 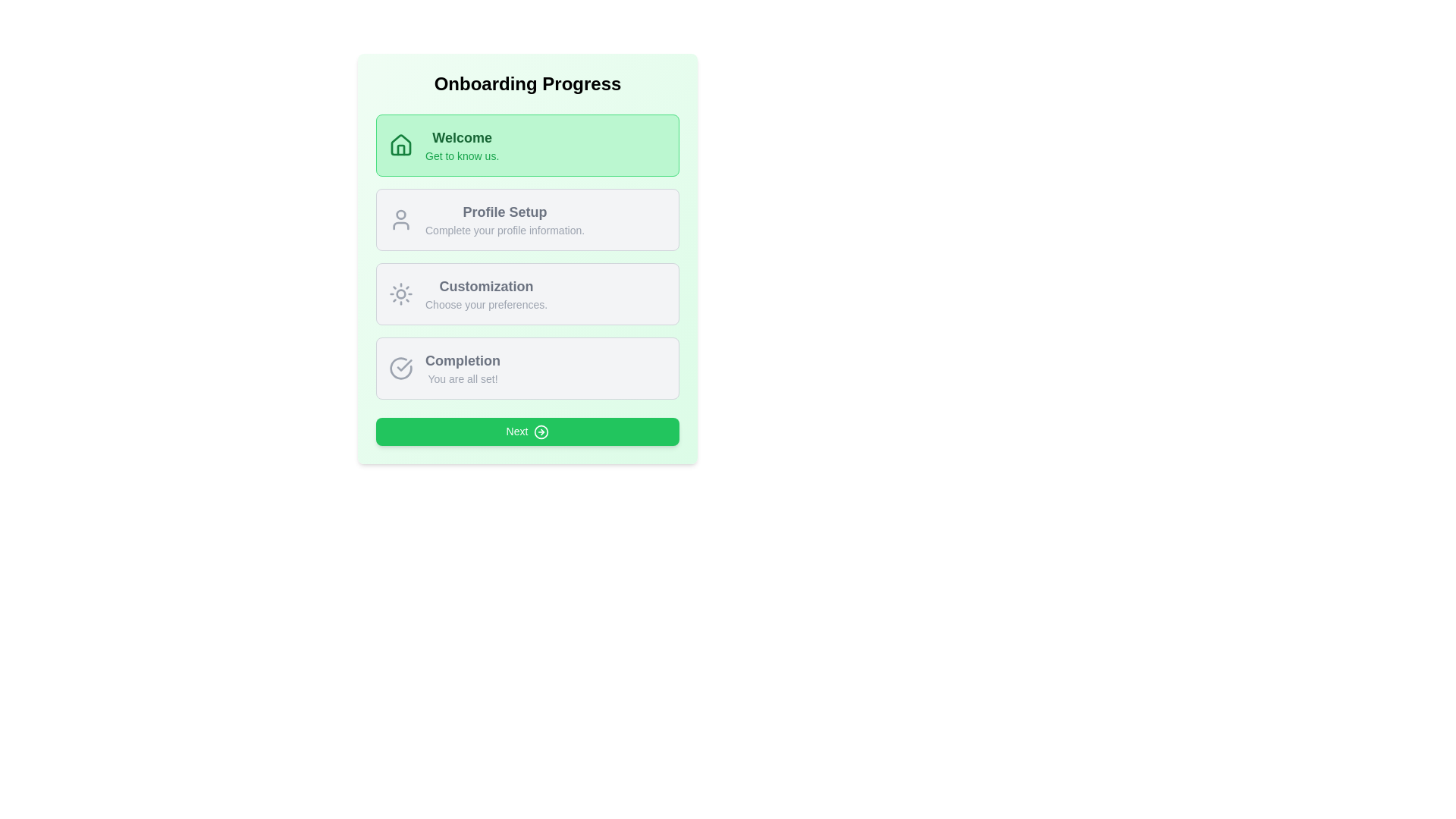 What do you see at coordinates (400, 369) in the screenshot?
I see `the completion status icon located in the 'Completion' card, which is positioned below 'Customization' and above the 'Next' button, aligning left to the text 'Completion' and 'You are all set!'` at bounding box center [400, 369].